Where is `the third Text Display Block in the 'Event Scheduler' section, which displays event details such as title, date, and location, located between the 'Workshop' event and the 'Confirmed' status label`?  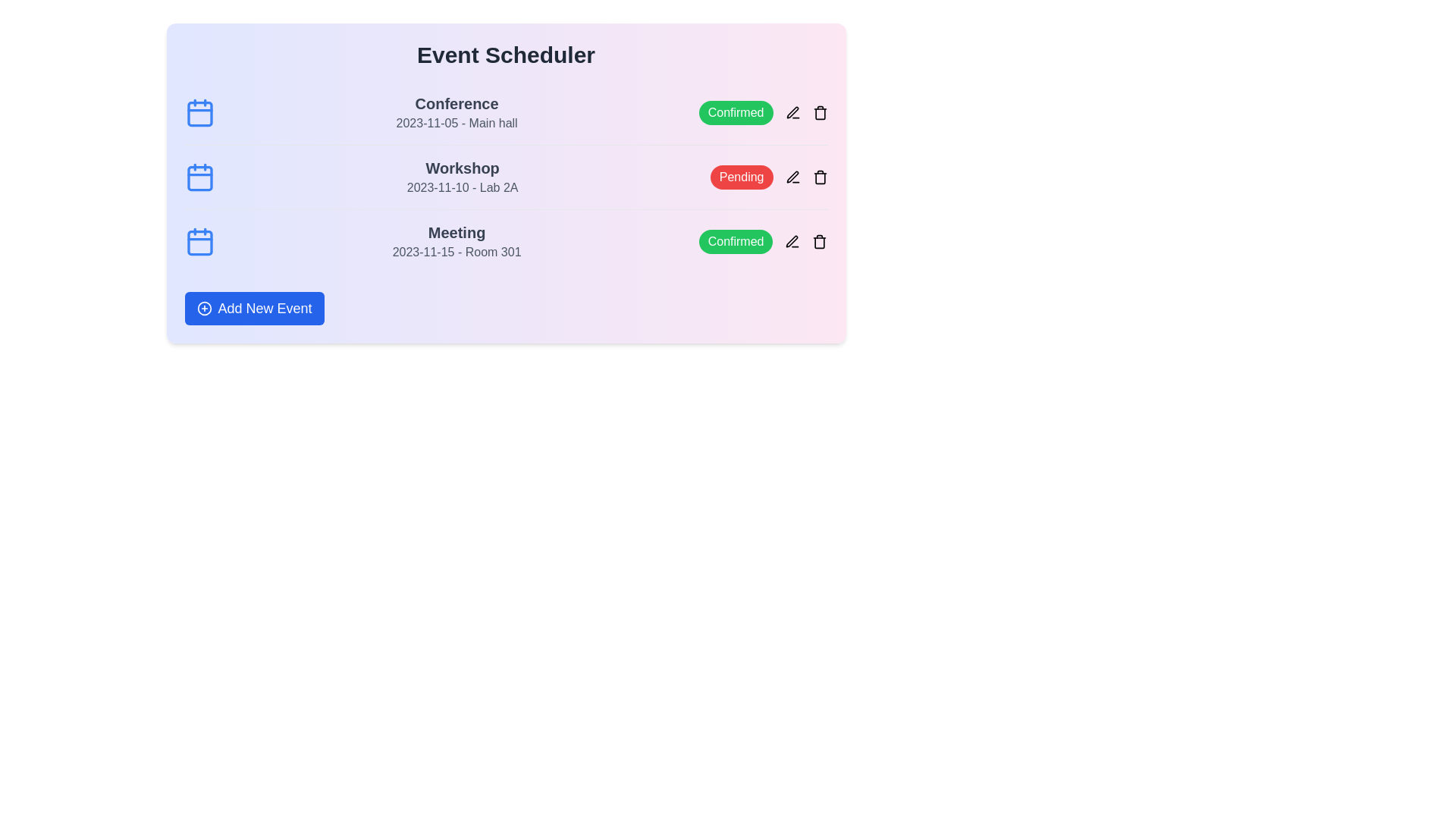 the third Text Display Block in the 'Event Scheduler' section, which displays event details such as title, date, and location, located between the 'Workshop' event and the 'Confirmed' status label is located at coordinates (456, 241).